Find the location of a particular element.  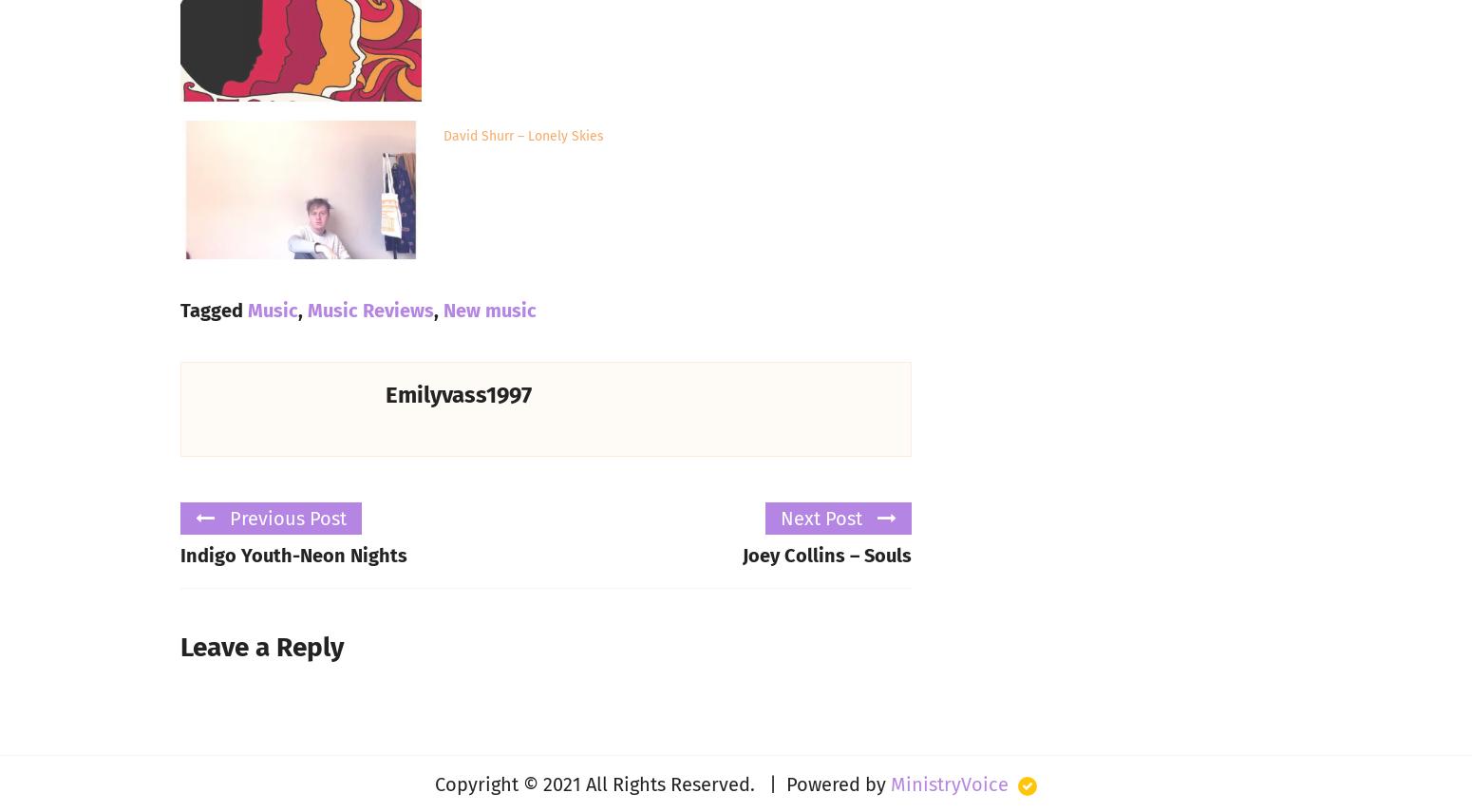

'Music' is located at coordinates (273, 309).